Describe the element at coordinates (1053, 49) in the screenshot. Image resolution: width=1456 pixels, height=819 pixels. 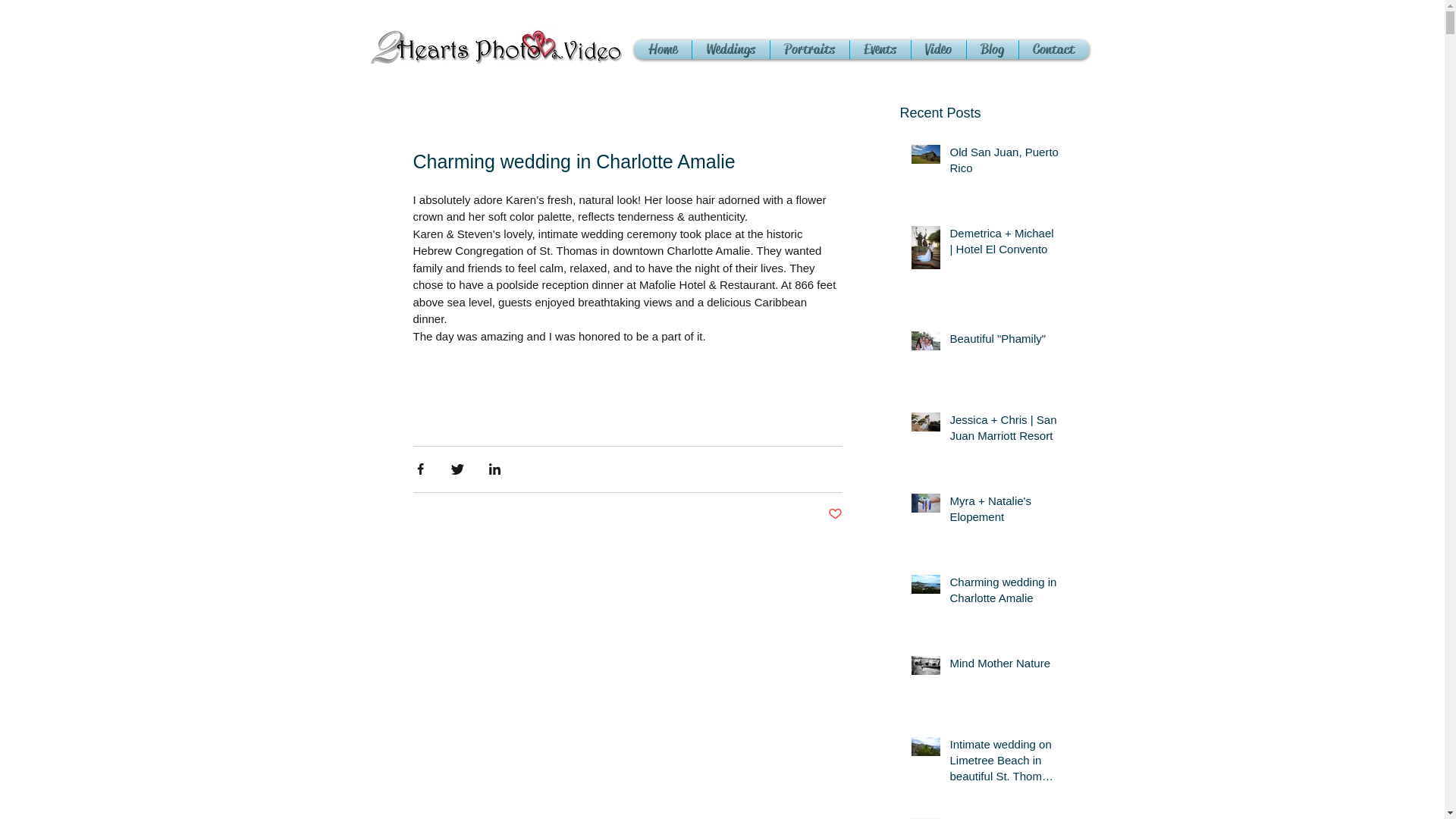
I see `'Contact'` at that location.